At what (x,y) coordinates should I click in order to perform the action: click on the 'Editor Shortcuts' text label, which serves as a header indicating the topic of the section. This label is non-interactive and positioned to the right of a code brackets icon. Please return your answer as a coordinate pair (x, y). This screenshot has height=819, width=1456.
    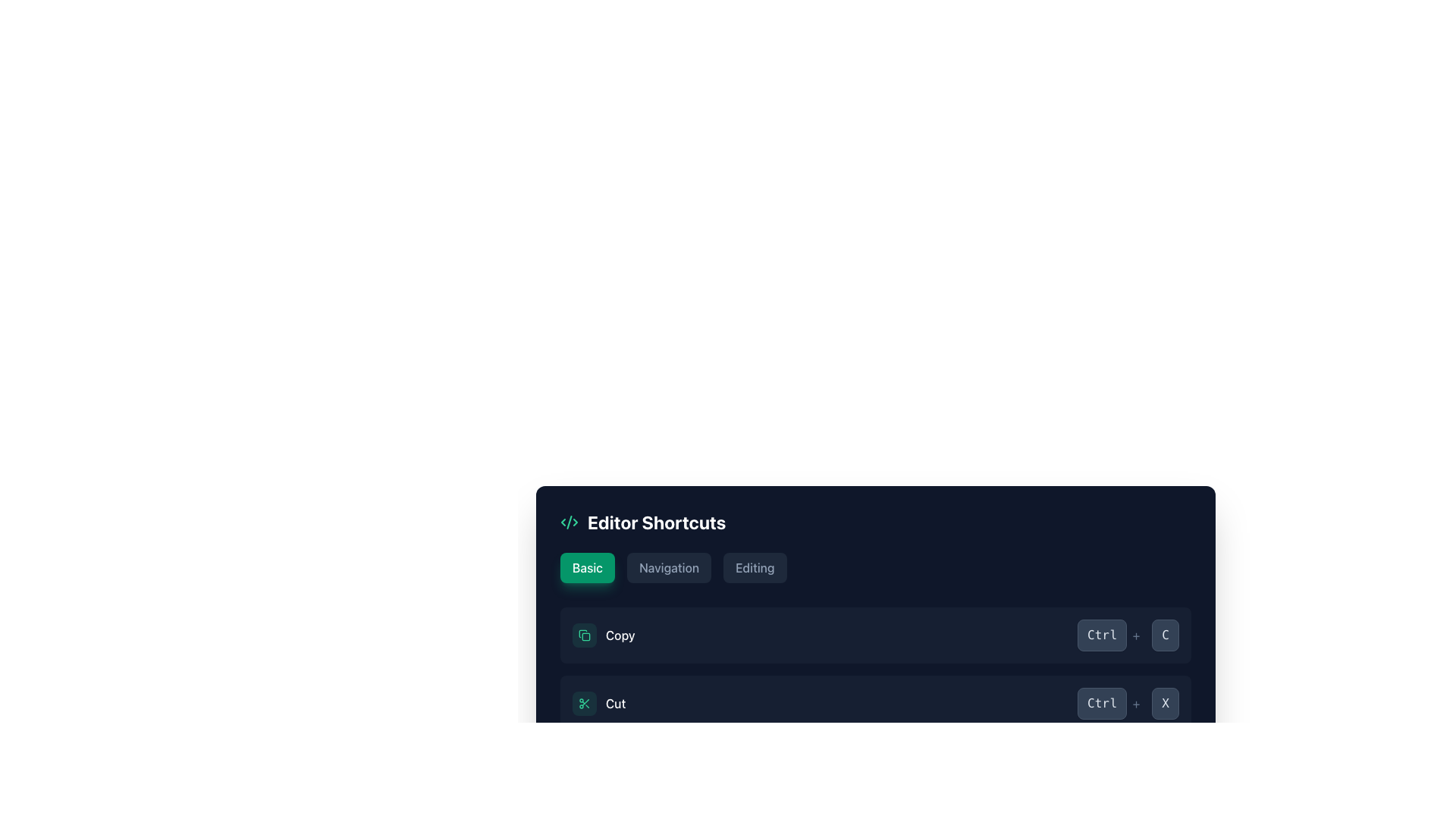
    Looking at the image, I should click on (657, 522).